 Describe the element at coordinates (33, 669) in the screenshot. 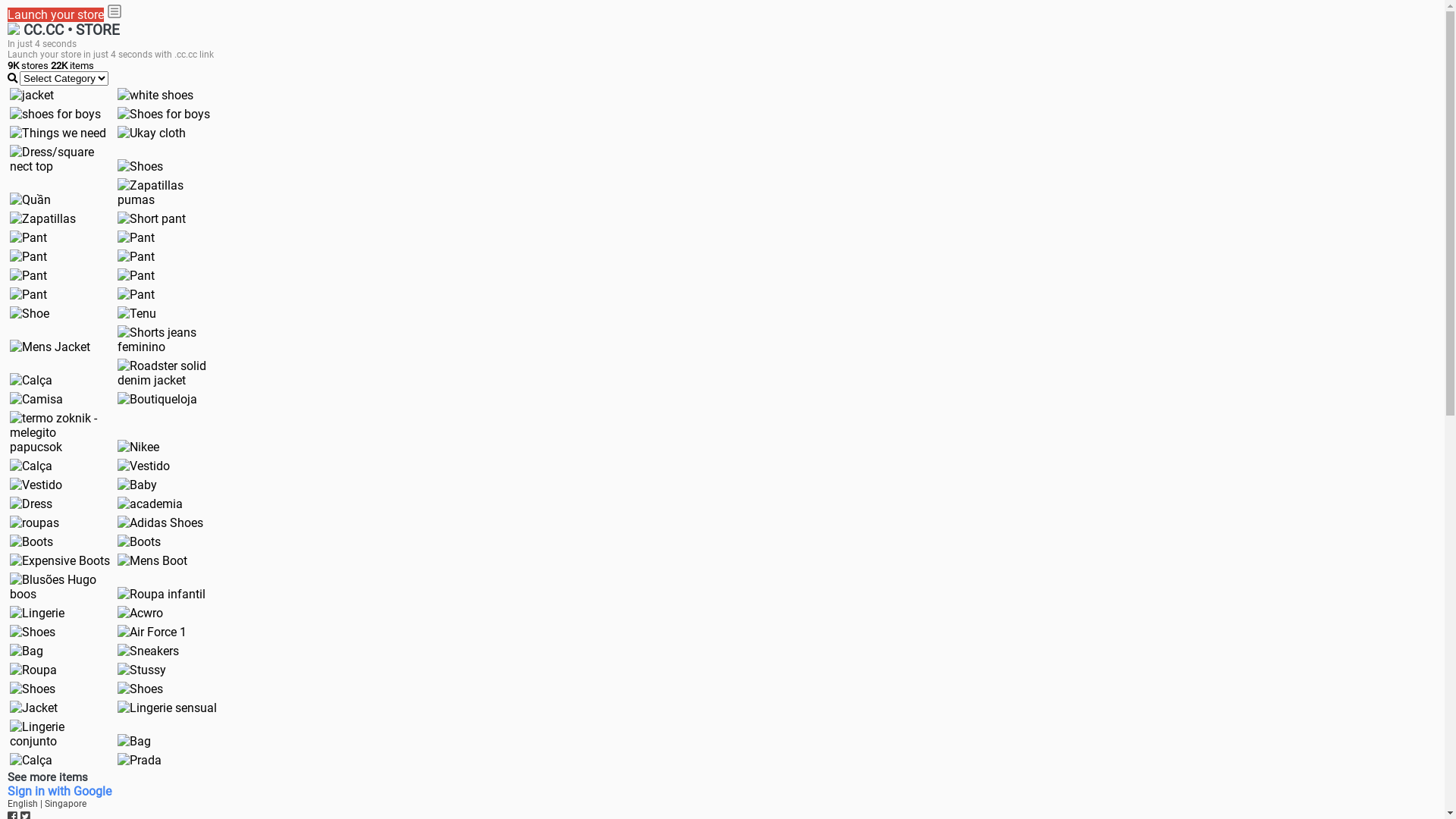

I see `'Roupa'` at that location.